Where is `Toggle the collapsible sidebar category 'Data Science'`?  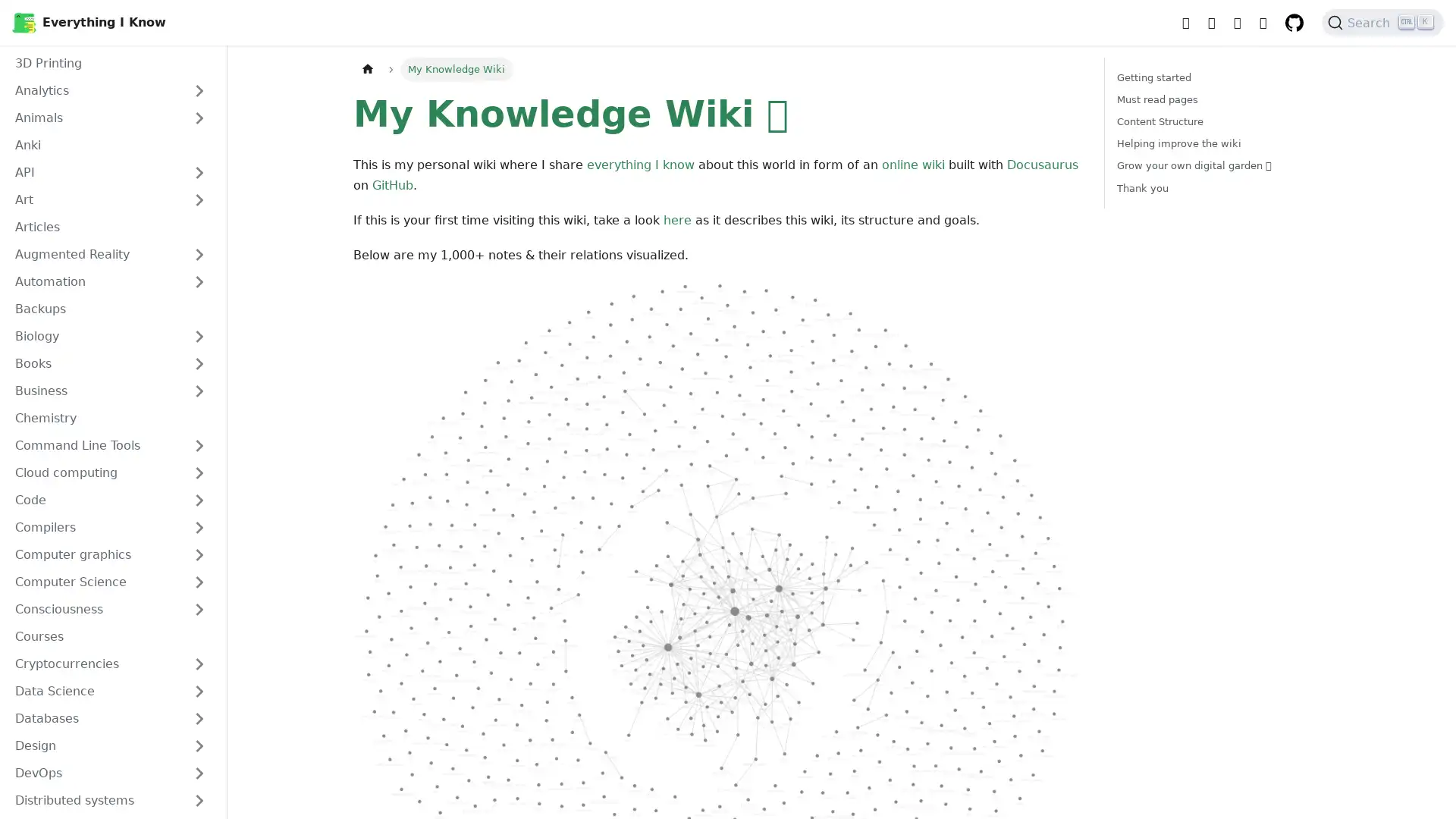
Toggle the collapsible sidebar category 'Data Science' is located at coordinates (199, 691).